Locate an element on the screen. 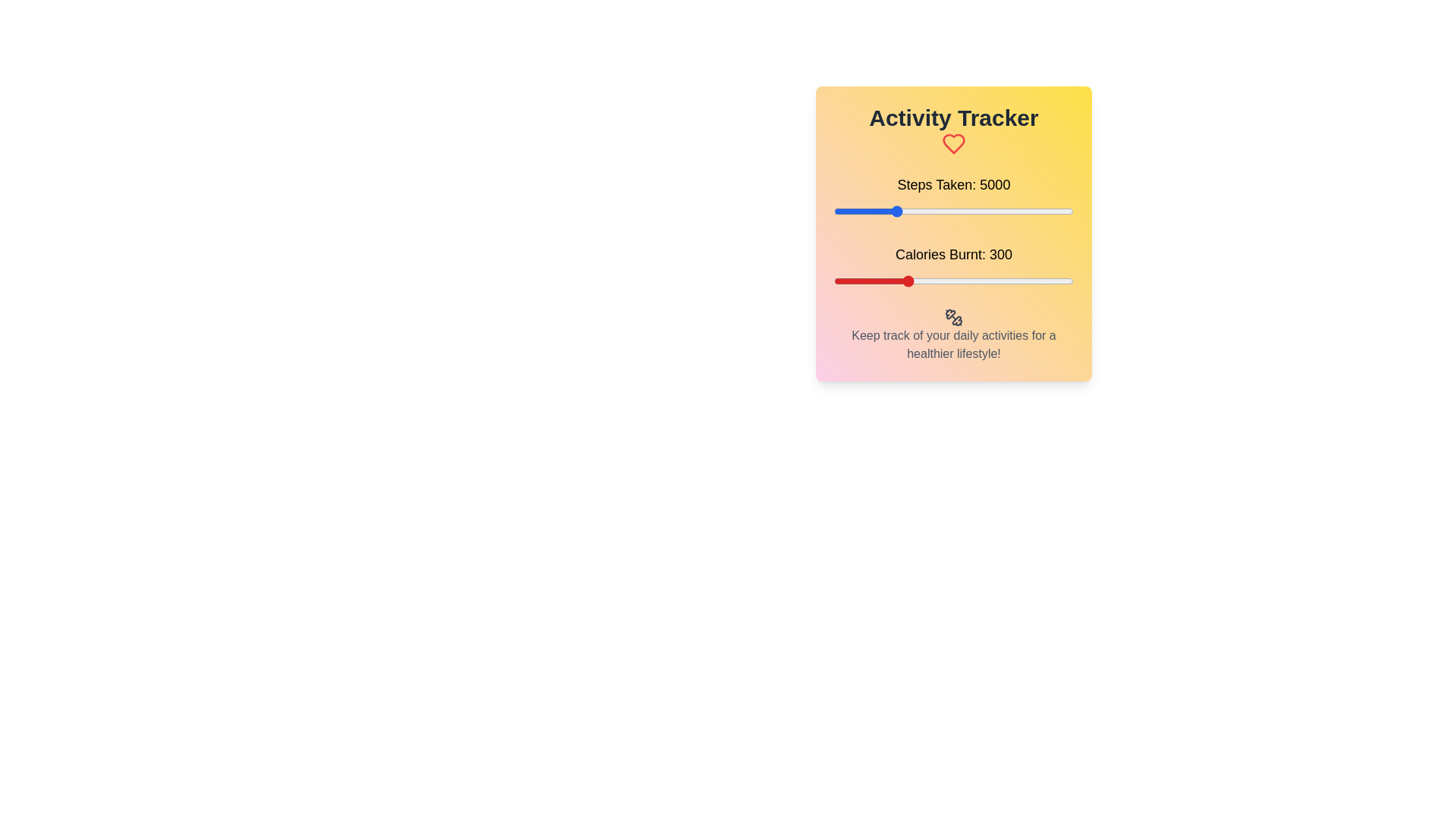 The image size is (1456, 819). the heart icon representing health or activity tracking, located below the 'Activity Tracker' text and above the 'Steps Taken' information is located at coordinates (952, 143).